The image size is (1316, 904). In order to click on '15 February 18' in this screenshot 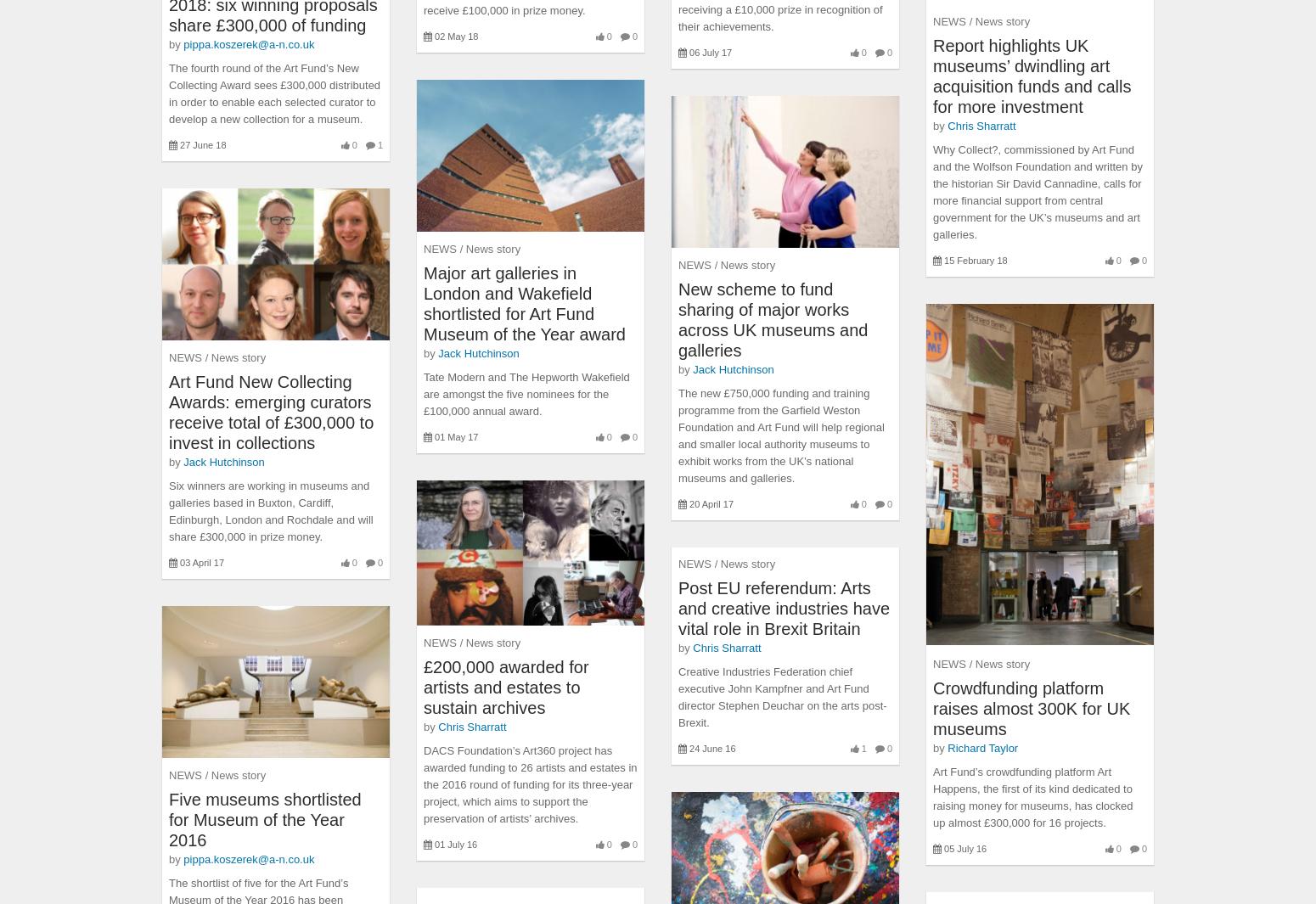, I will do `click(975, 260)`.